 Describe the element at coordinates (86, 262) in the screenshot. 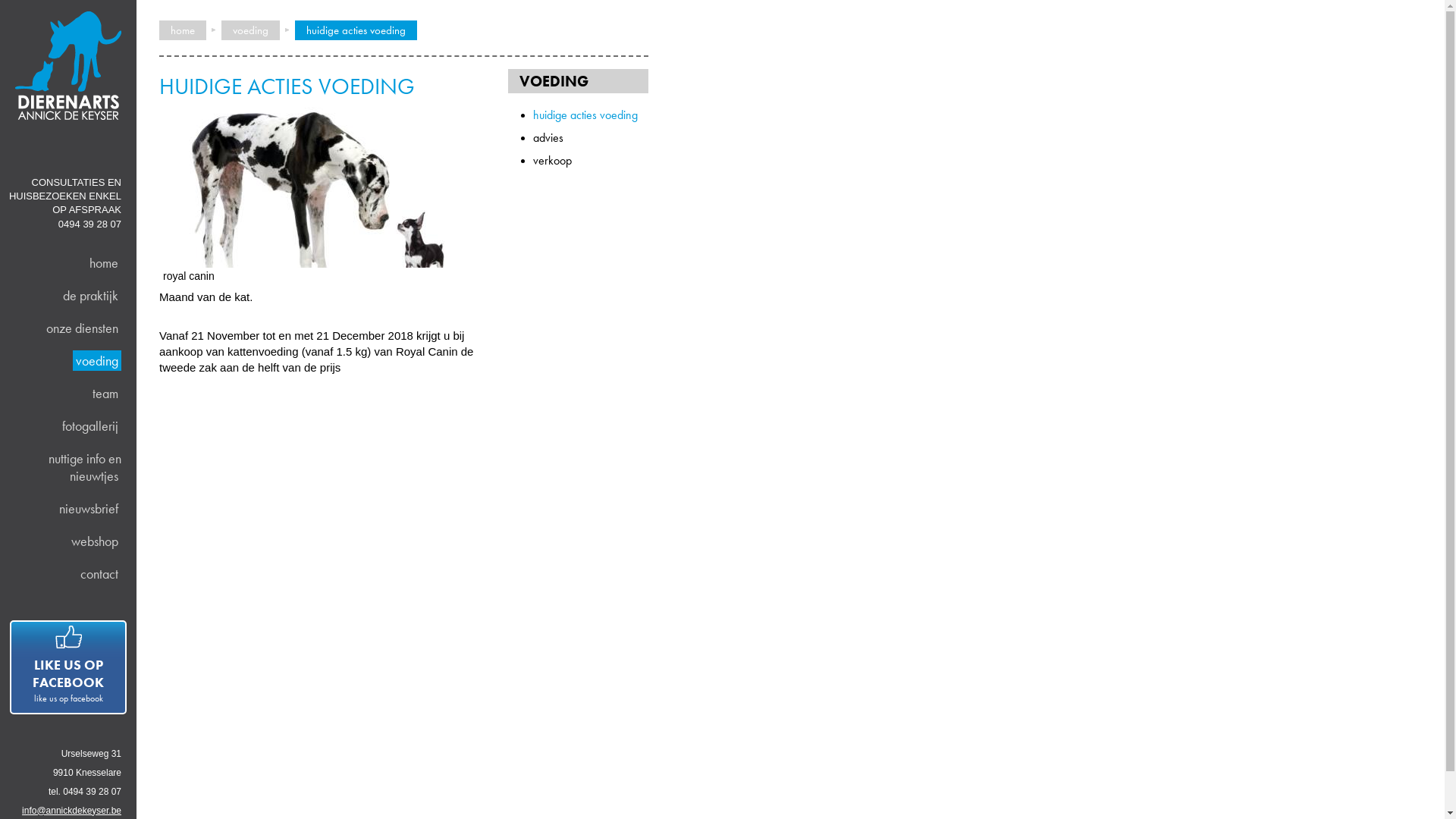

I see `'home'` at that location.